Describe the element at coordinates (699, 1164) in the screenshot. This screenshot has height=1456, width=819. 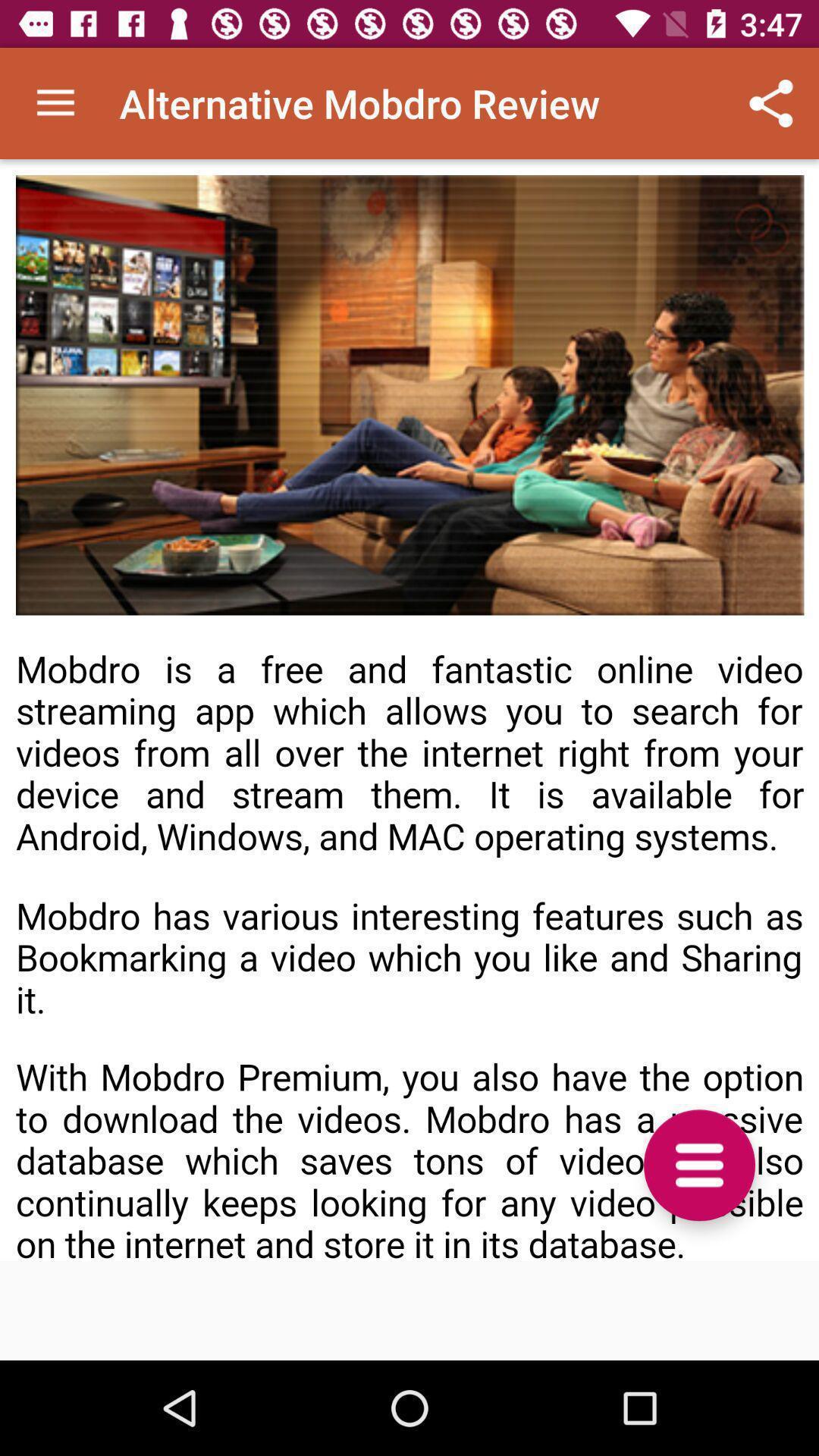
I see `open menu` at that location.